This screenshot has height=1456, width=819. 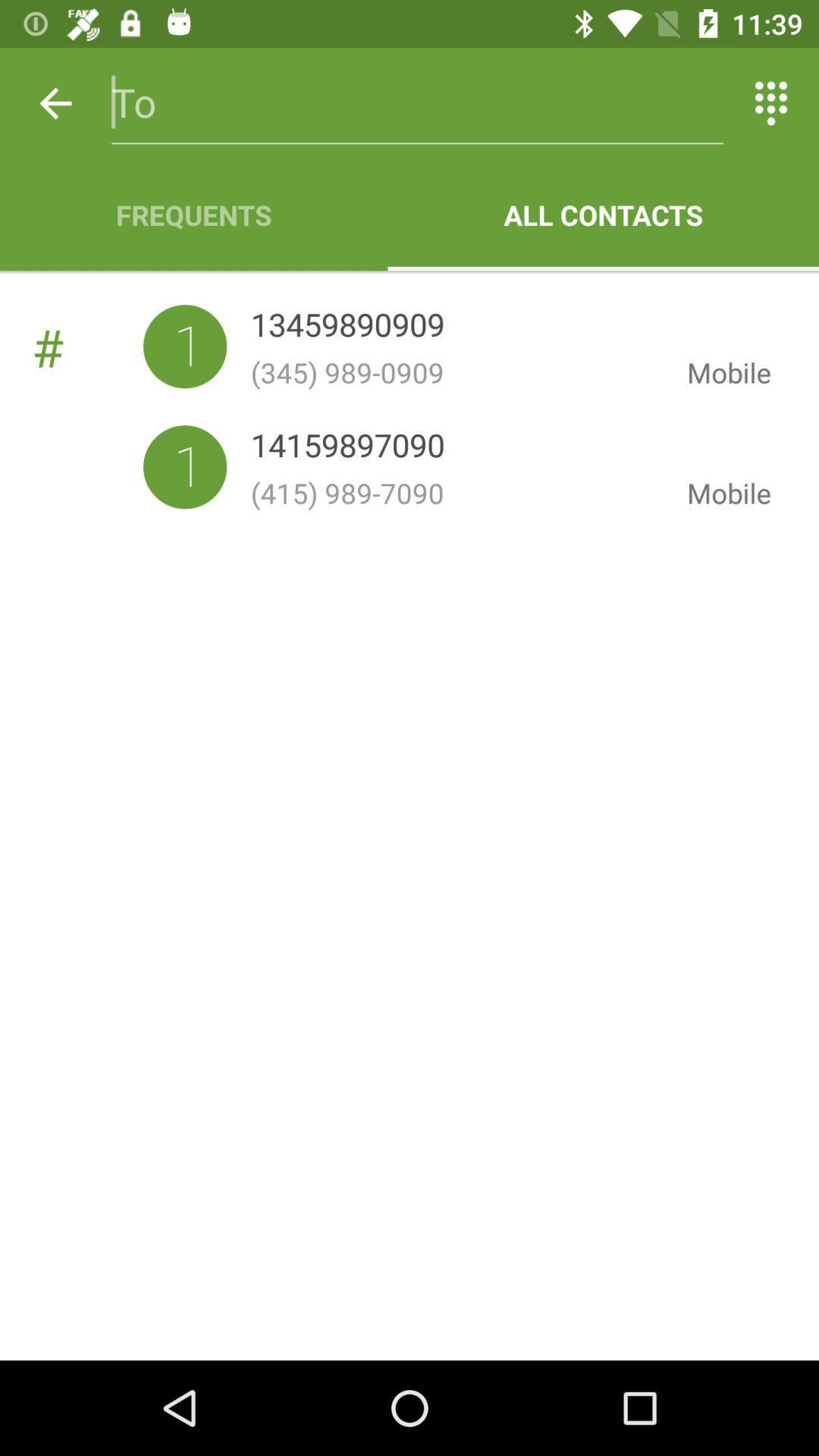 What do you see at coordinates (456, 372) in the screenshot?
I see `the icon above the 14159897090 item` at bounding box center [456, 372].